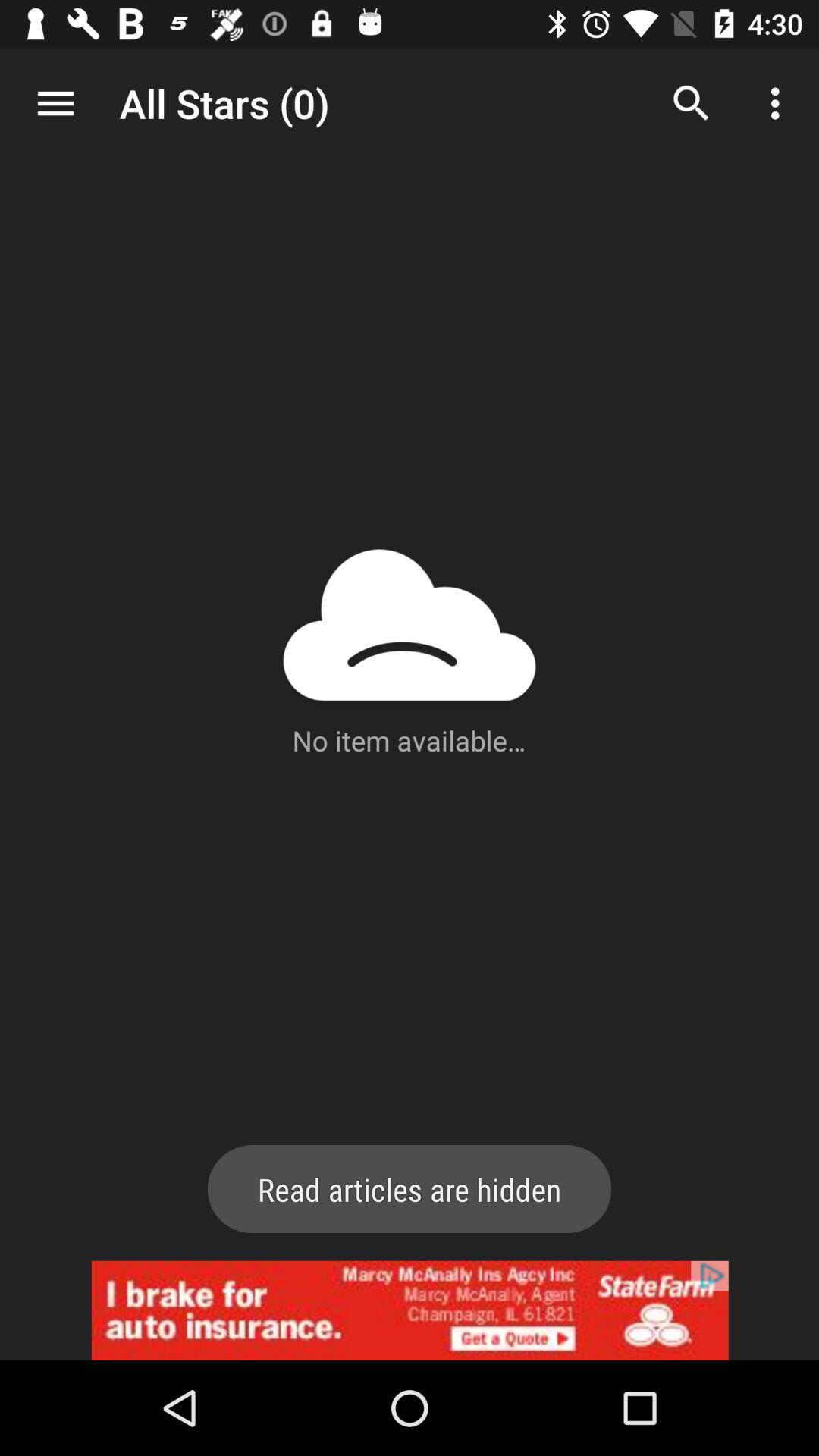 The width and height of the screenshot is (819, 1456). I want to click on advertisement, so click(409, 1310).